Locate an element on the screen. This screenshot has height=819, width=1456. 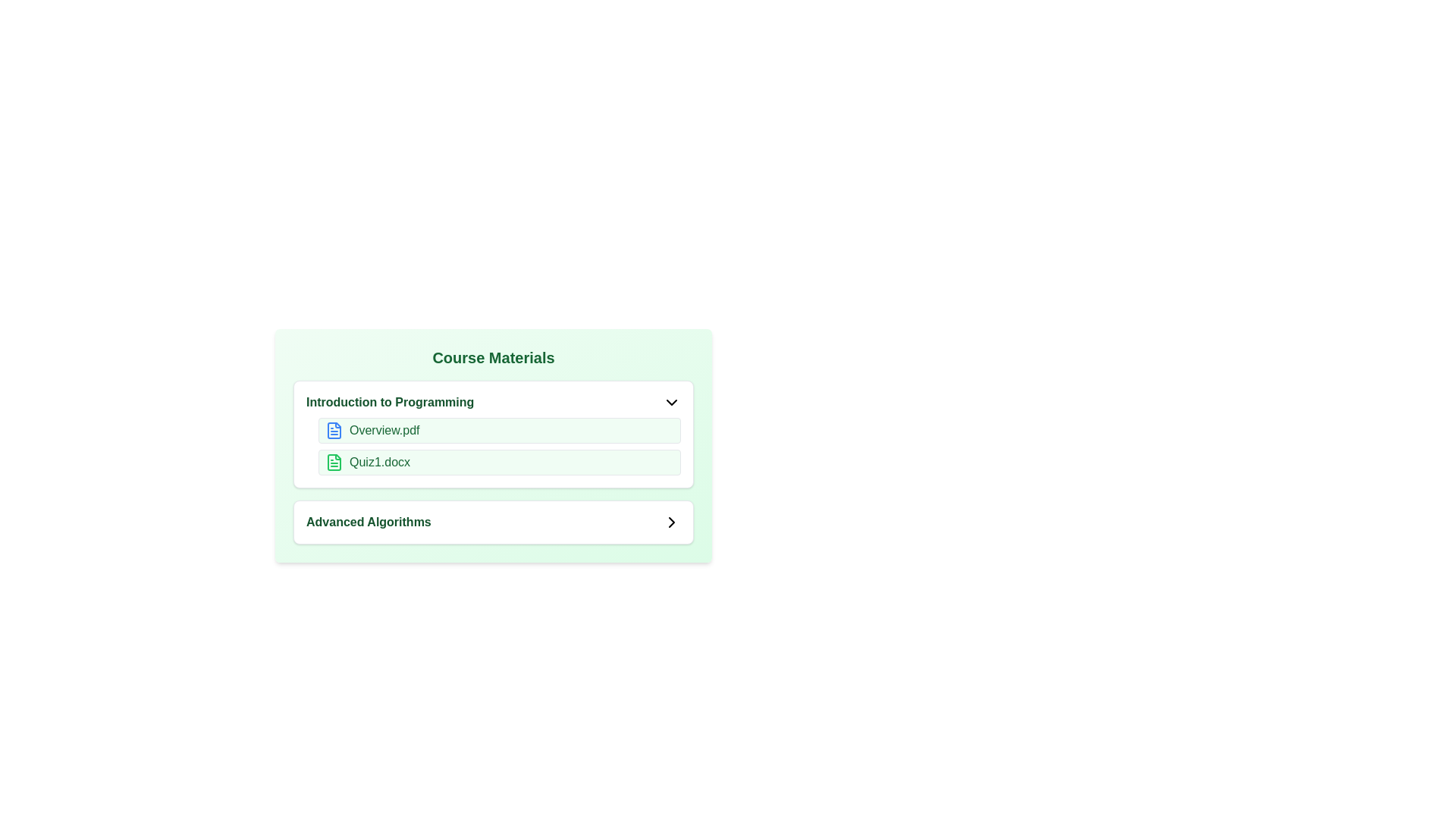
the item 'Overview.pdf' to view detailed information is located at coordinates (334, 430).